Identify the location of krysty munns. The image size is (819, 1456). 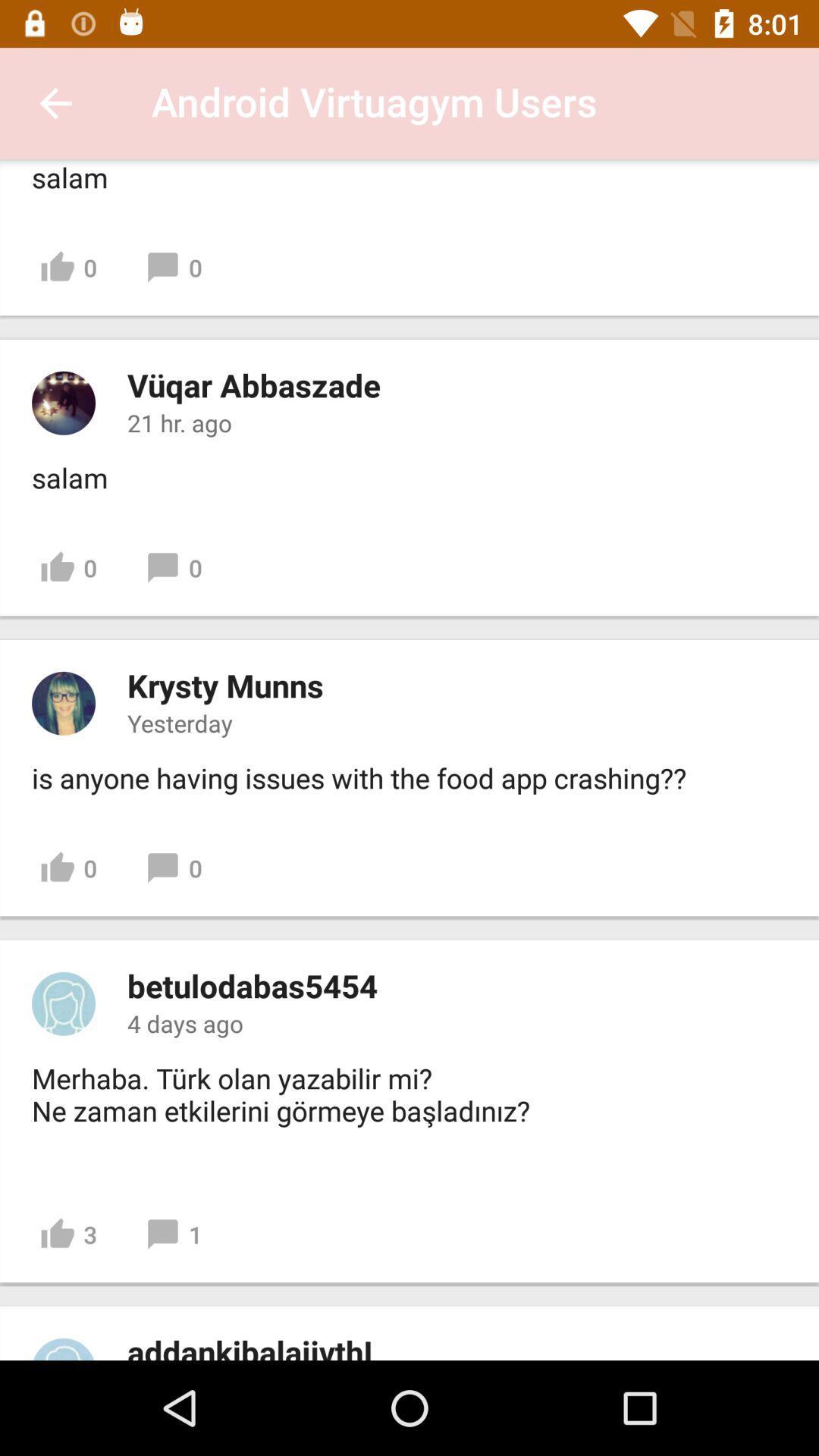
(225, 684).